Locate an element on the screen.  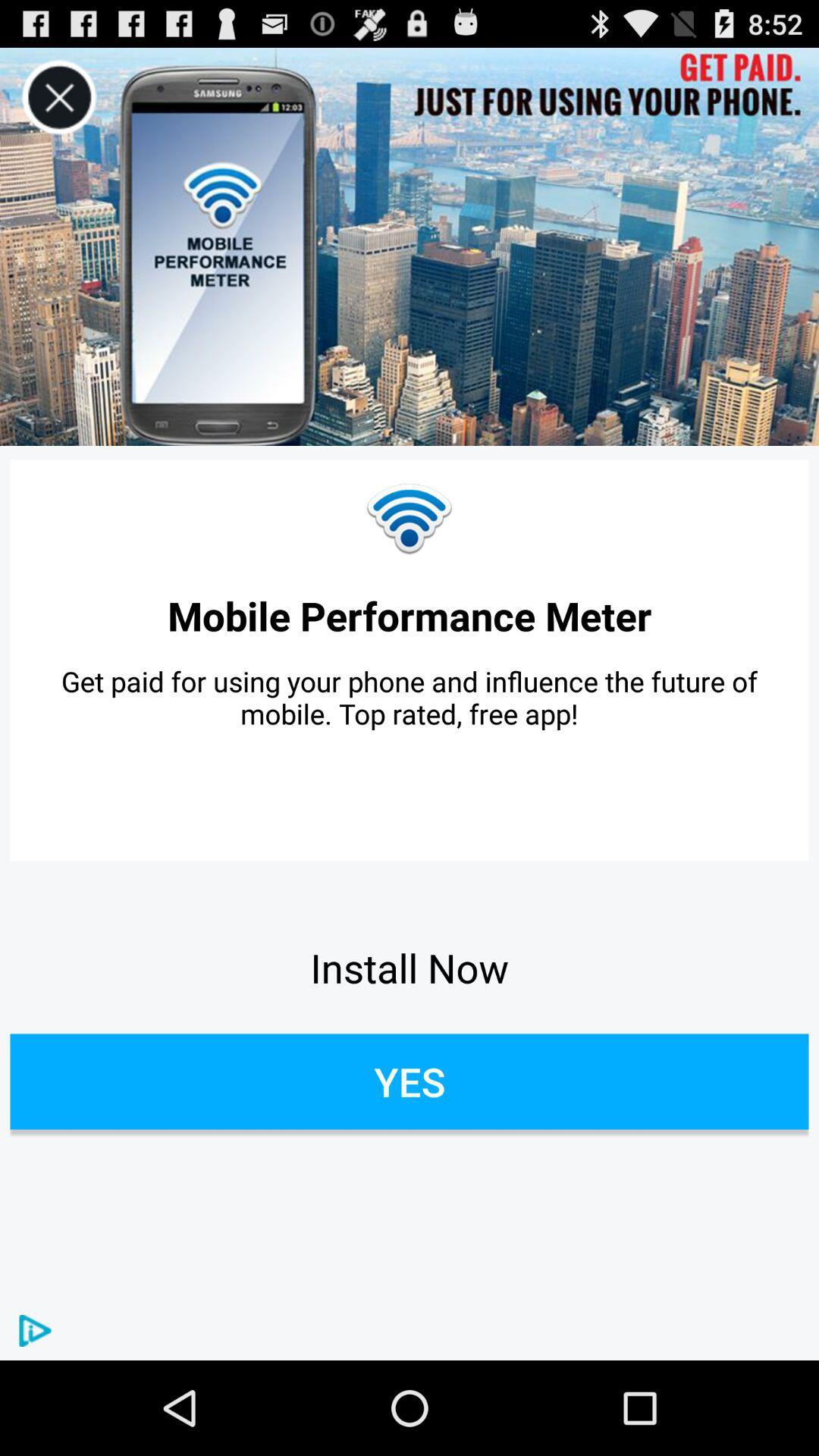
the icon at the bottom is located at coordinates (409, 1081).